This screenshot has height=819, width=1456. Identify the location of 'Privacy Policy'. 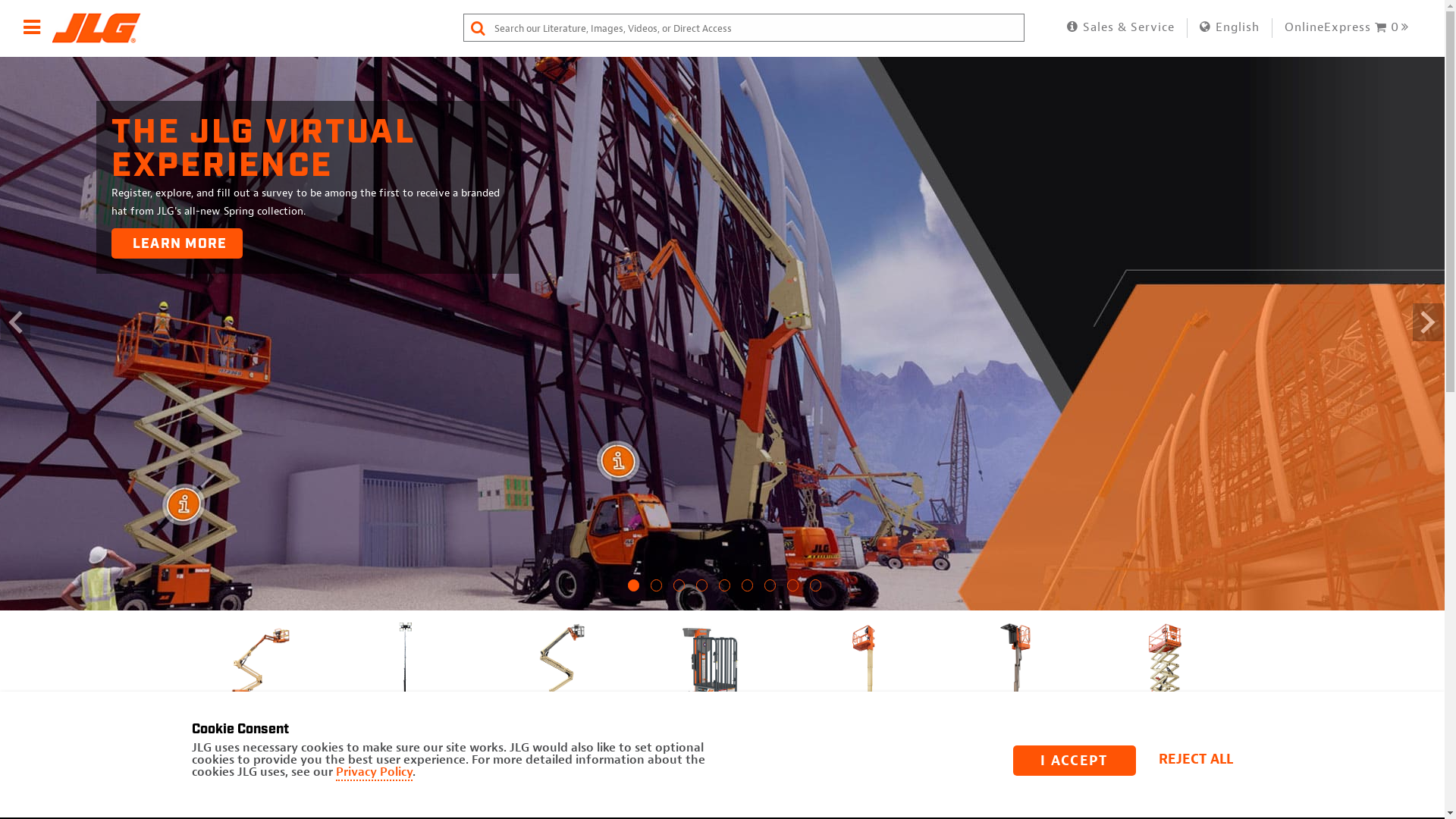
(373, 772).